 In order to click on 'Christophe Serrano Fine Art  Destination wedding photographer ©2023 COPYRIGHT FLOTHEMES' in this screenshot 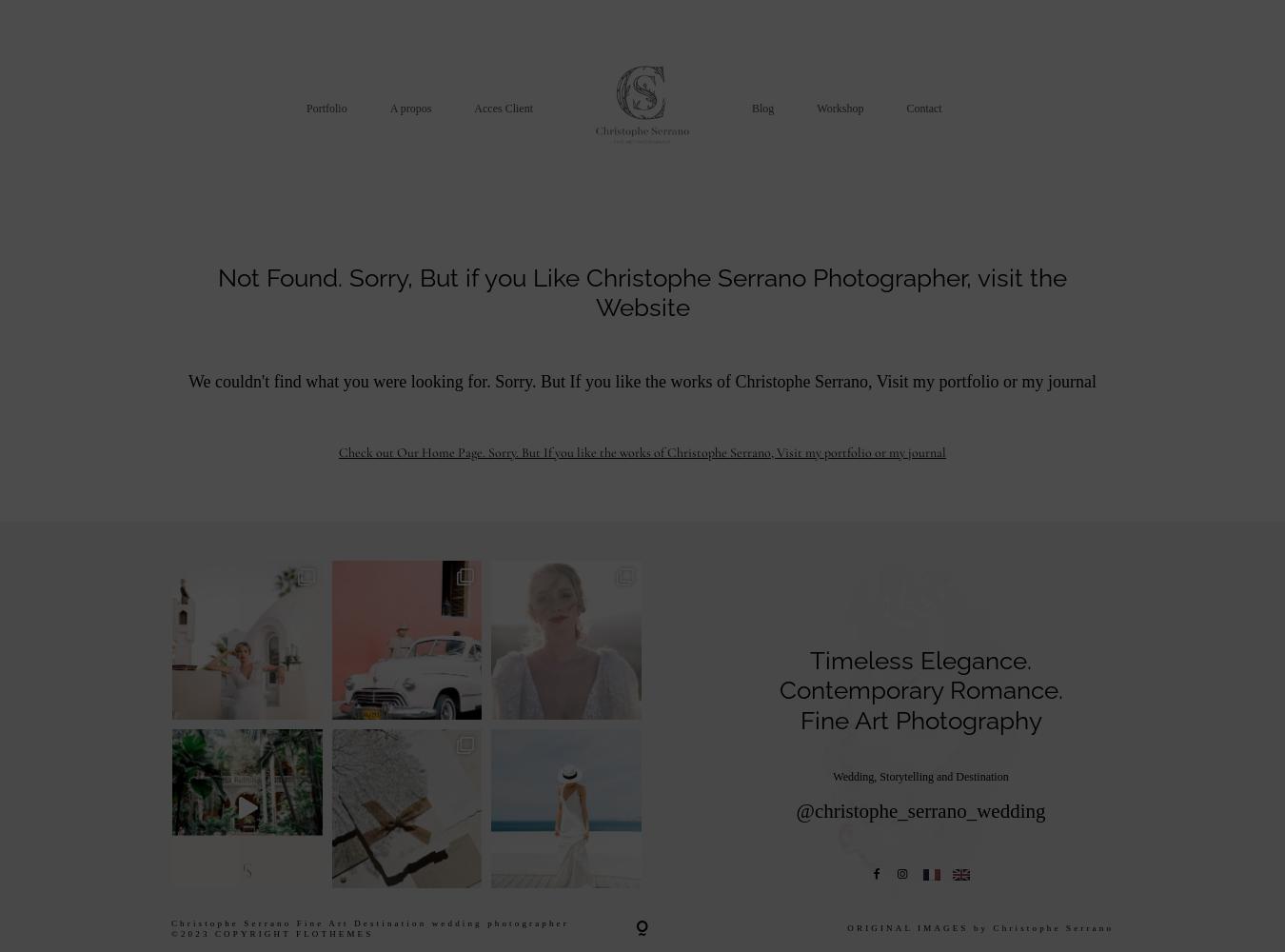, I will do `click(368, 926)`.